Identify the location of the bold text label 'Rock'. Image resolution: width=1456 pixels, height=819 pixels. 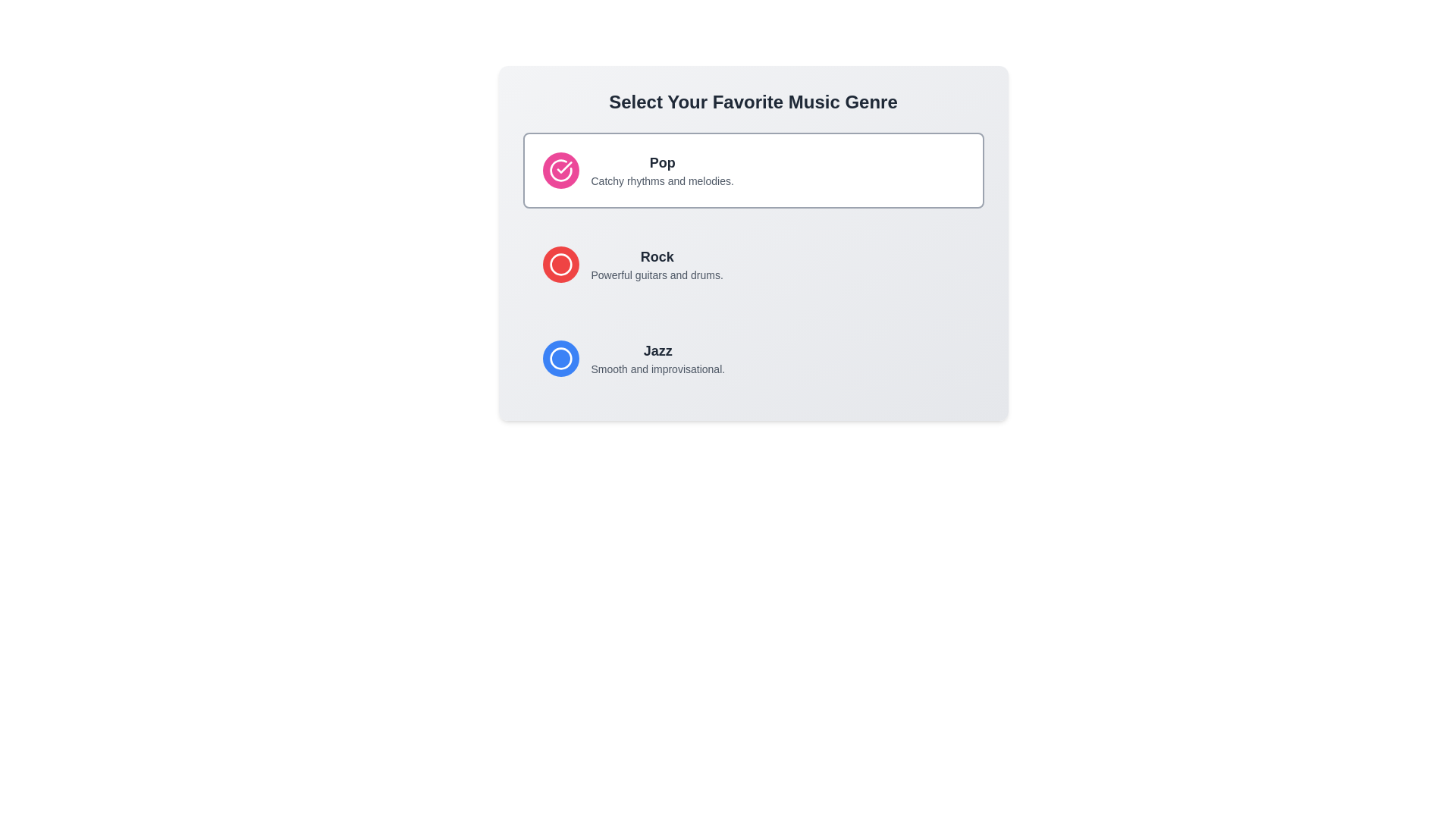
(657, 256).